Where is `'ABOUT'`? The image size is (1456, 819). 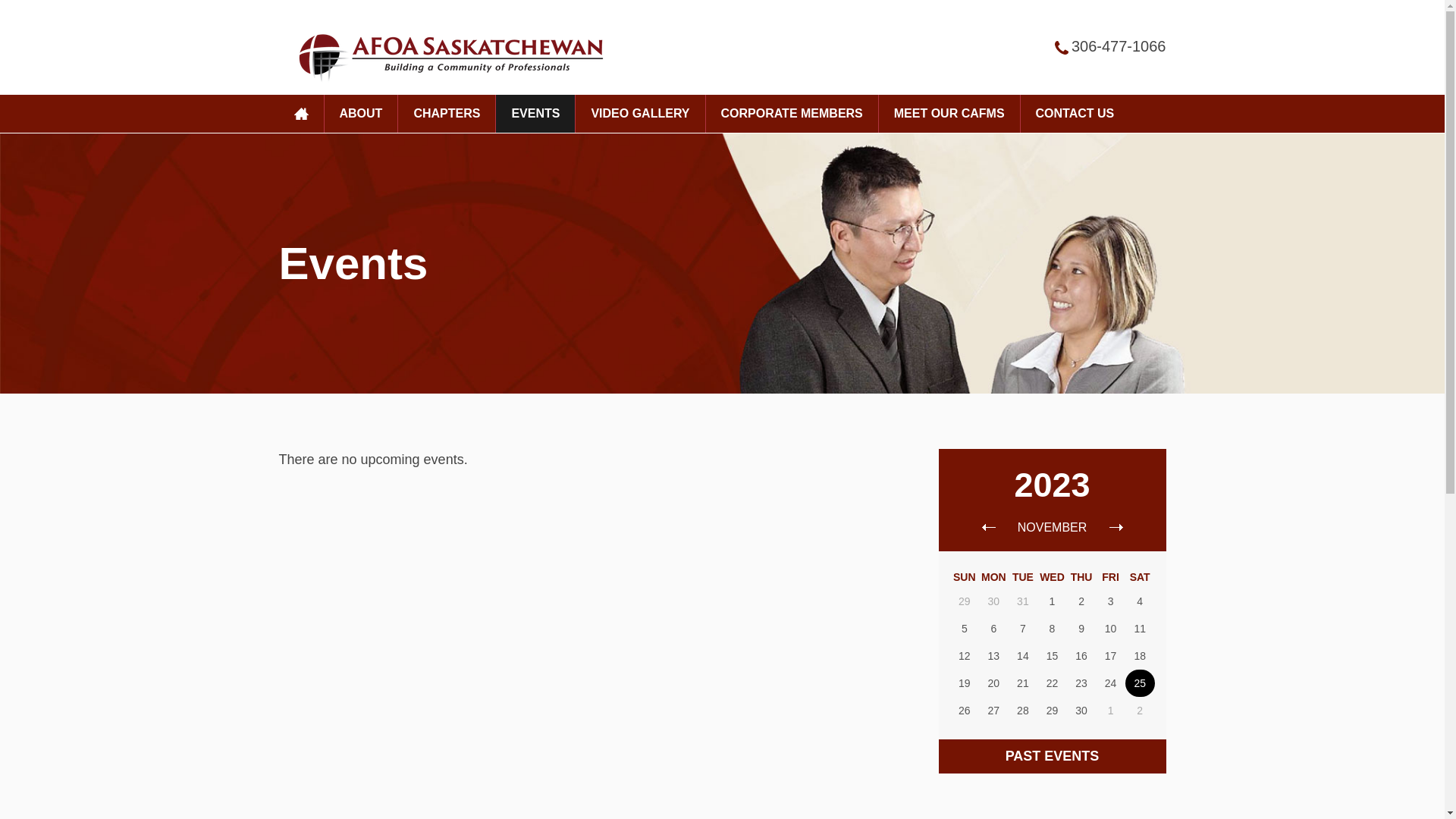
'ABOUT' is located at coordinates (360, 113).